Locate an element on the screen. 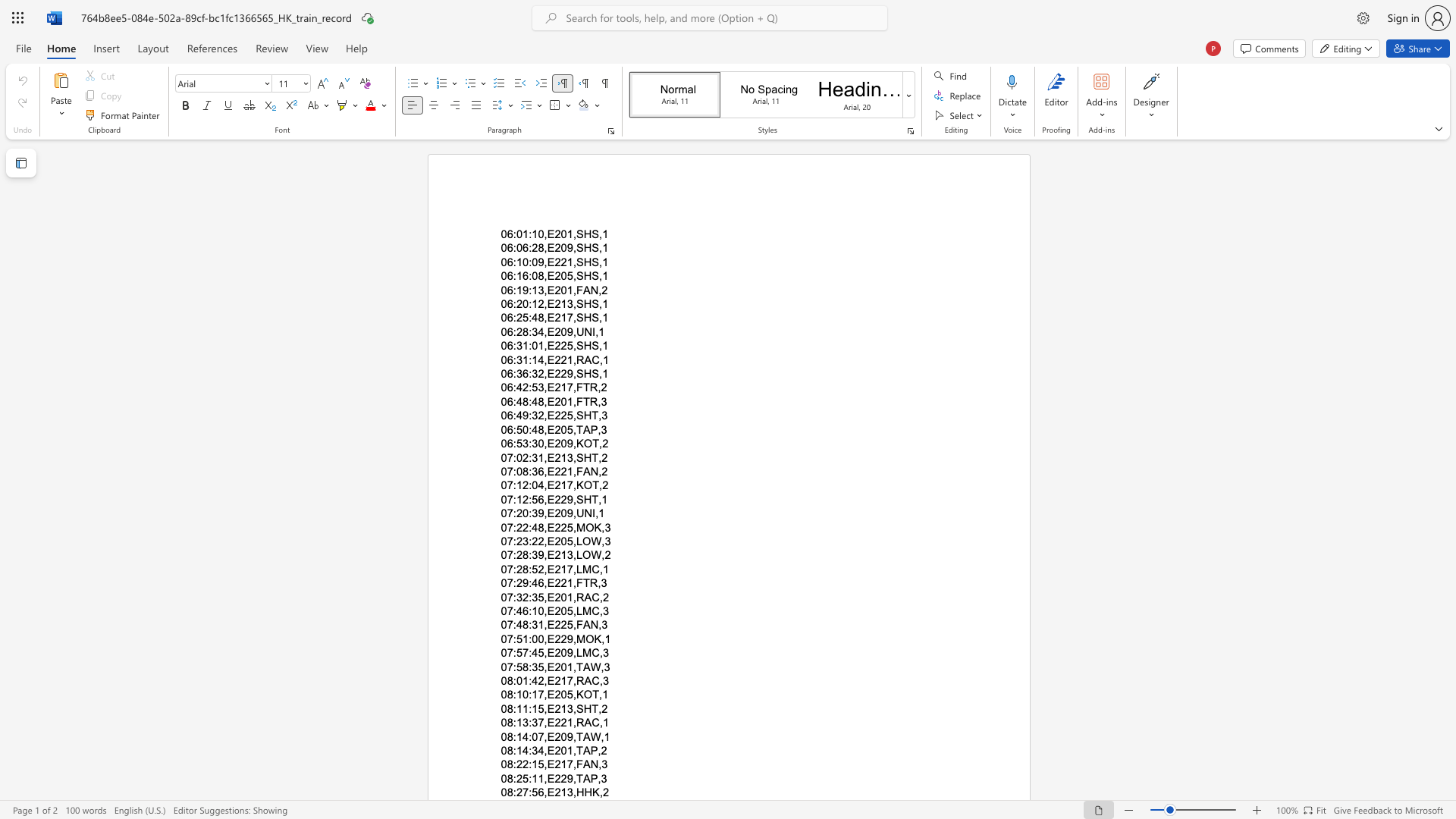  the subset text "KOT,2" within the text "07:12:04,E217,KOT,2" is located at coordinates (575, 485).